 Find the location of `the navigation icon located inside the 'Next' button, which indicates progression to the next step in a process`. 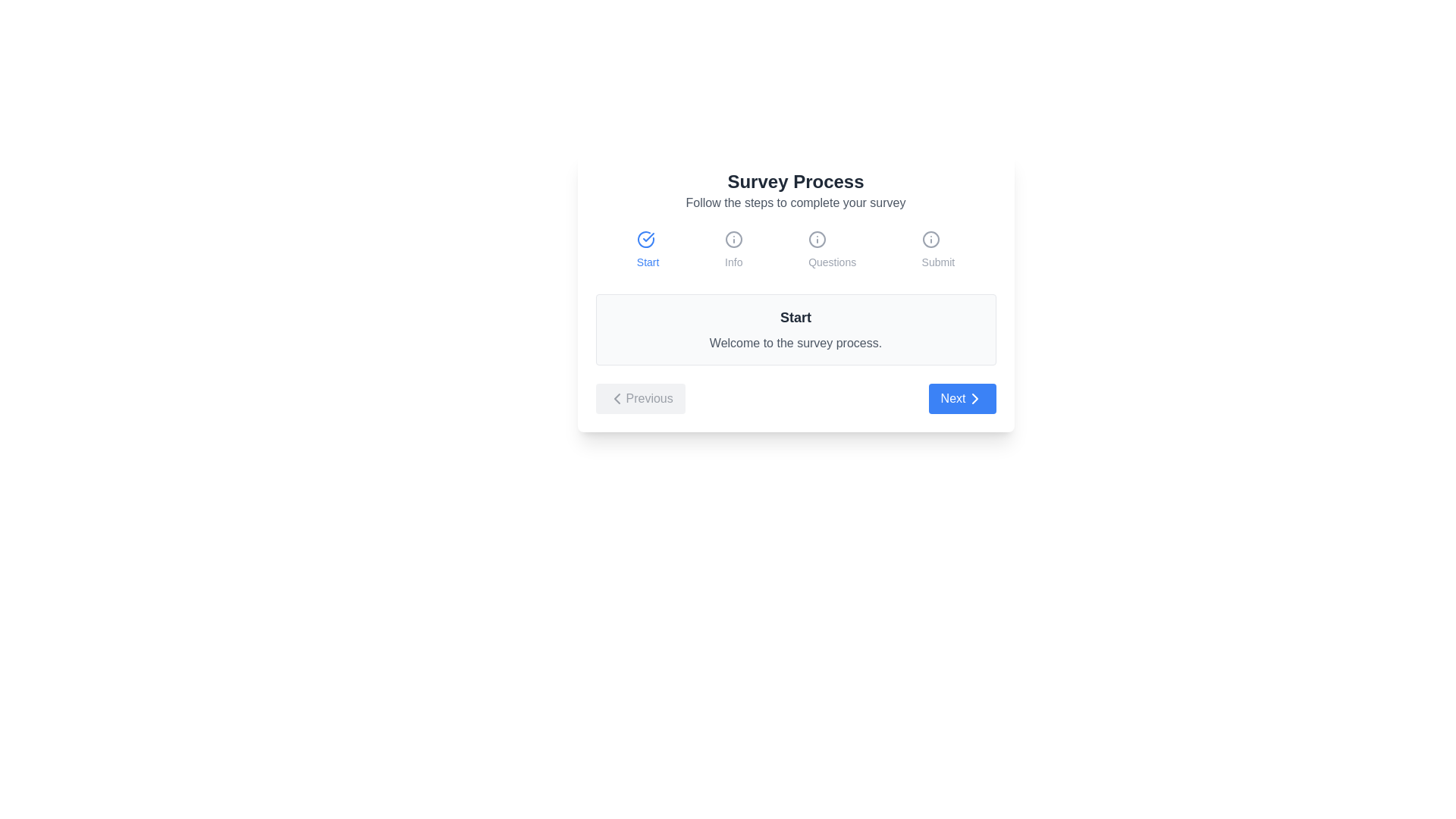

the navigation icon located inside the 'Next' button, which indicates progression to the next step in a process is located at coordinates (974, 397).